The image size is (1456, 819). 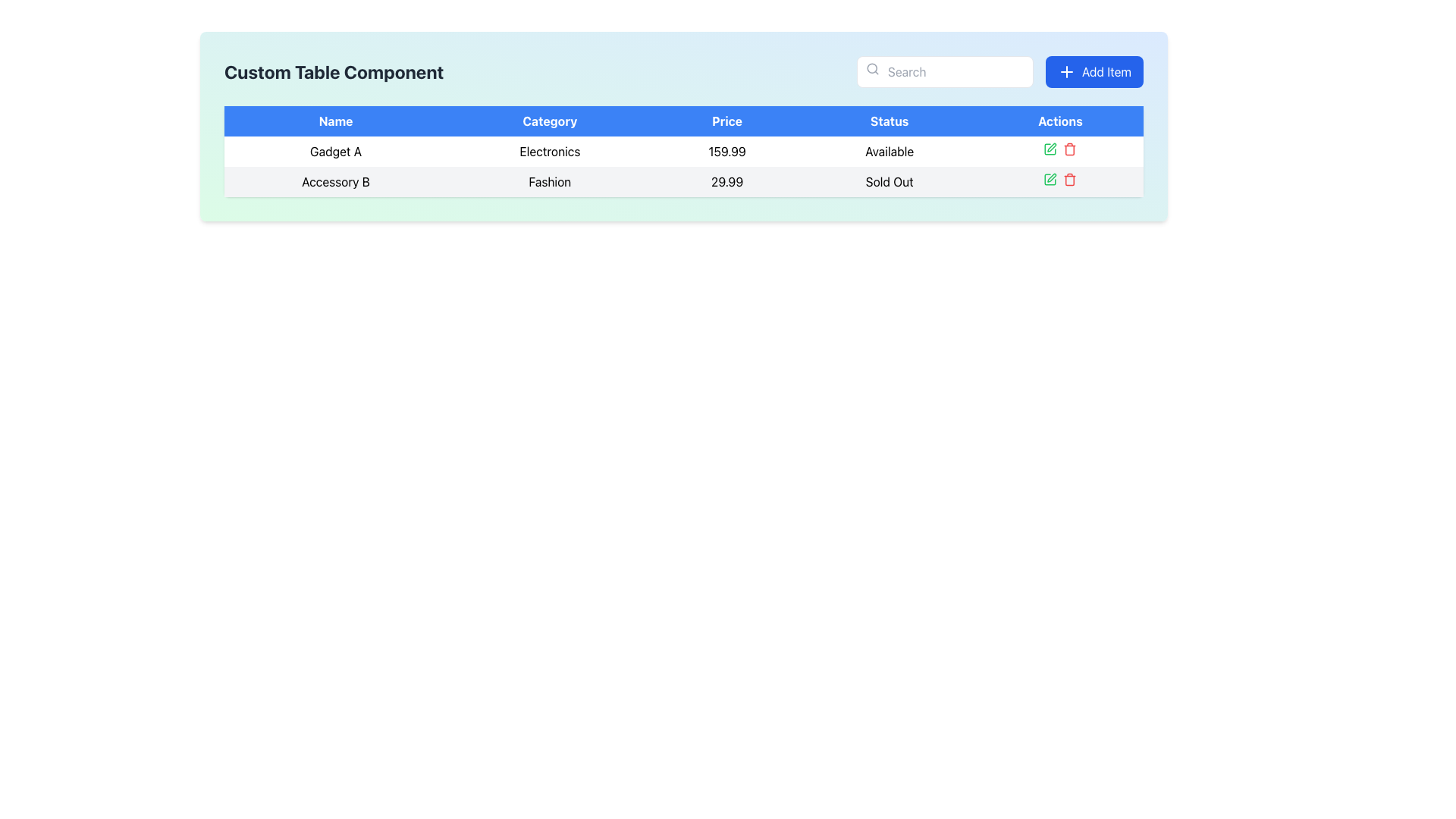 I want to click on the delete button located in the Actions column of the table next to the green icon for the second row labeled 'Accessory B', so click(x=1069, y=178).